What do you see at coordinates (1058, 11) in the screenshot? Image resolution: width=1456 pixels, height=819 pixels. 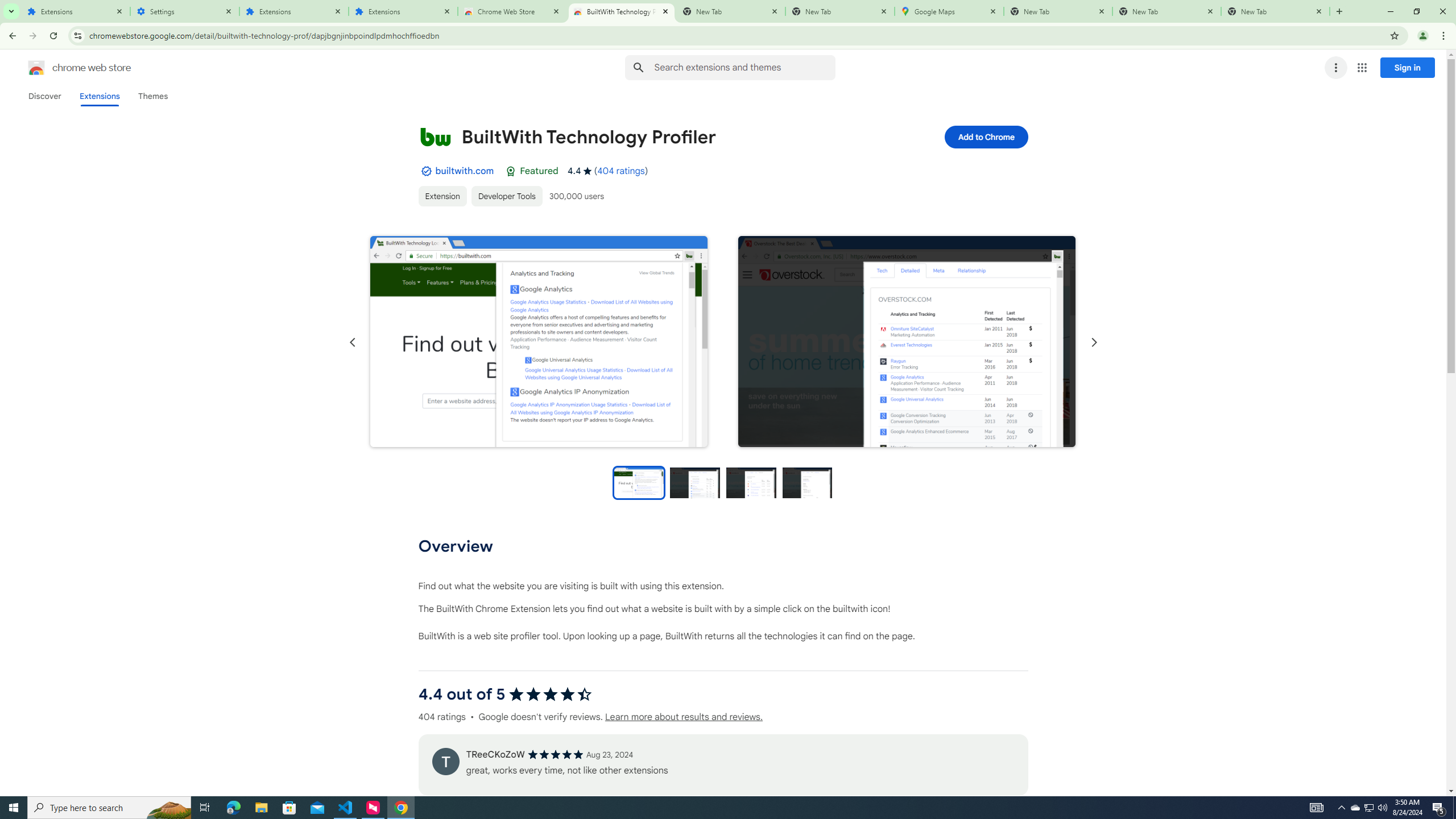 I see `'New Tab'` at bounding box center [1058, 11].